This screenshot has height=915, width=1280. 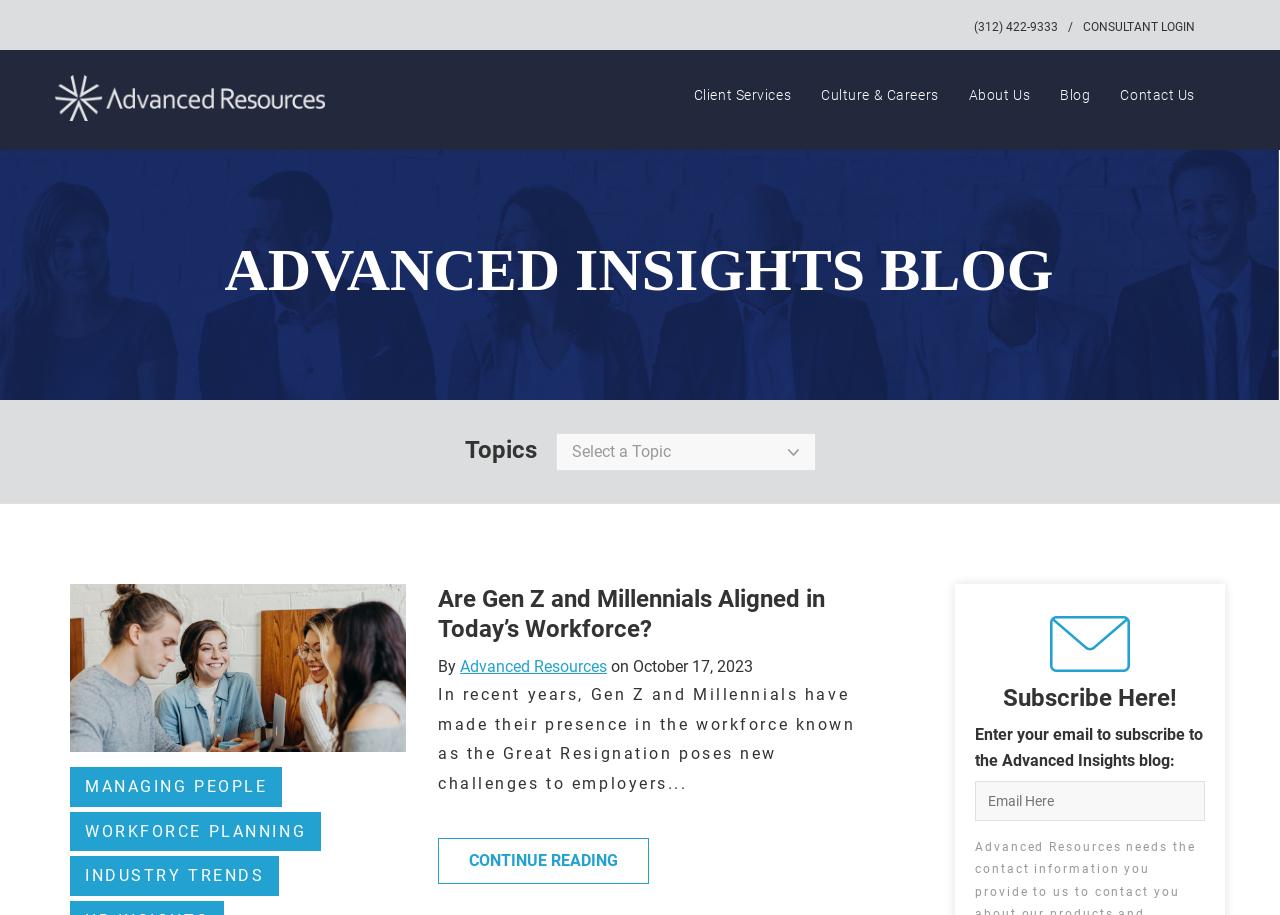 What do you see at coordinates (973, 747) in the screenshot?
I see `'Enter your email to subscribe to the Advanced Insights blog:'` at bounding box center [973, 747].